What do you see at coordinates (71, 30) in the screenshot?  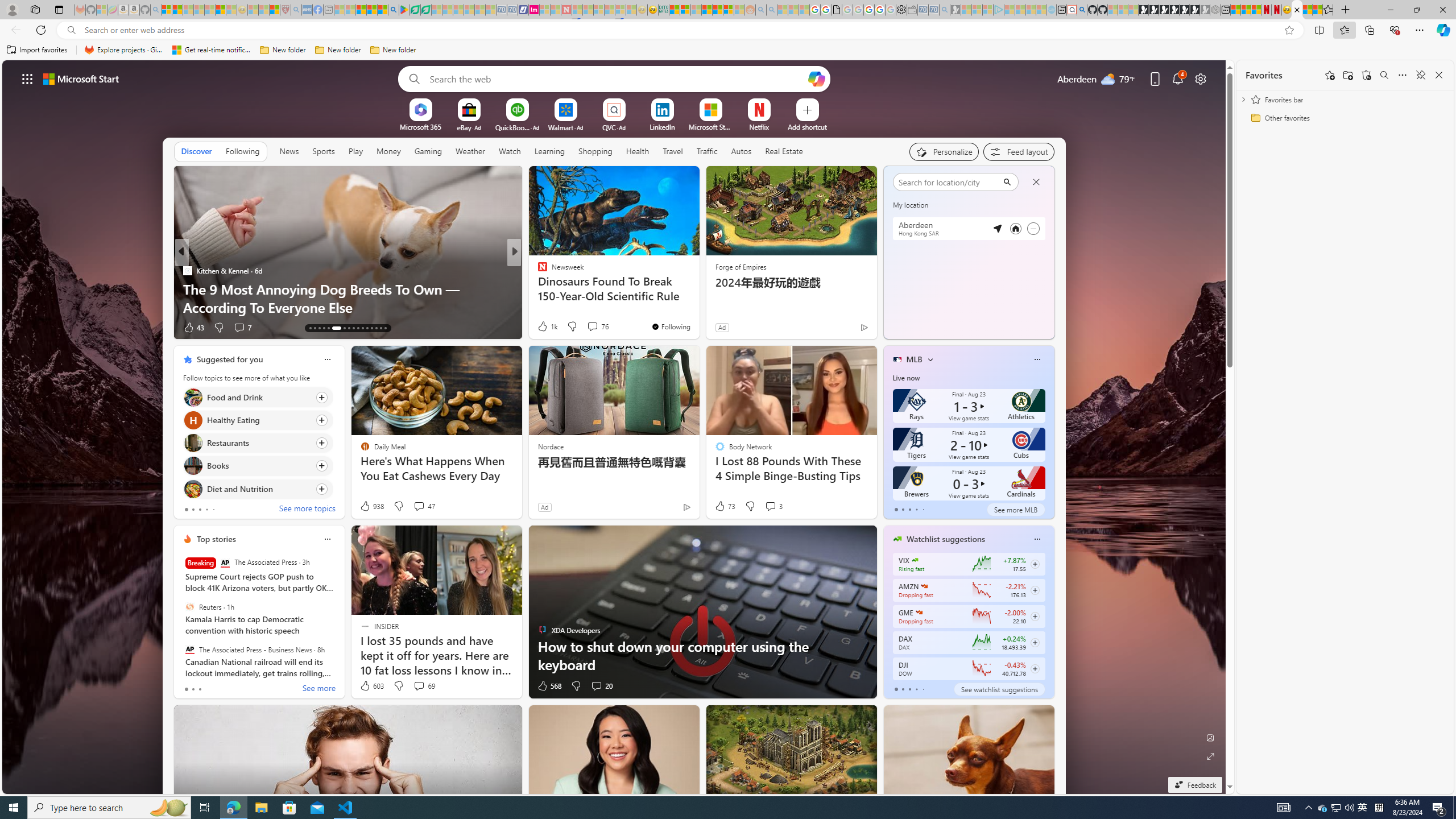 I see `'Search icon'` at bounding box center [71, 30].